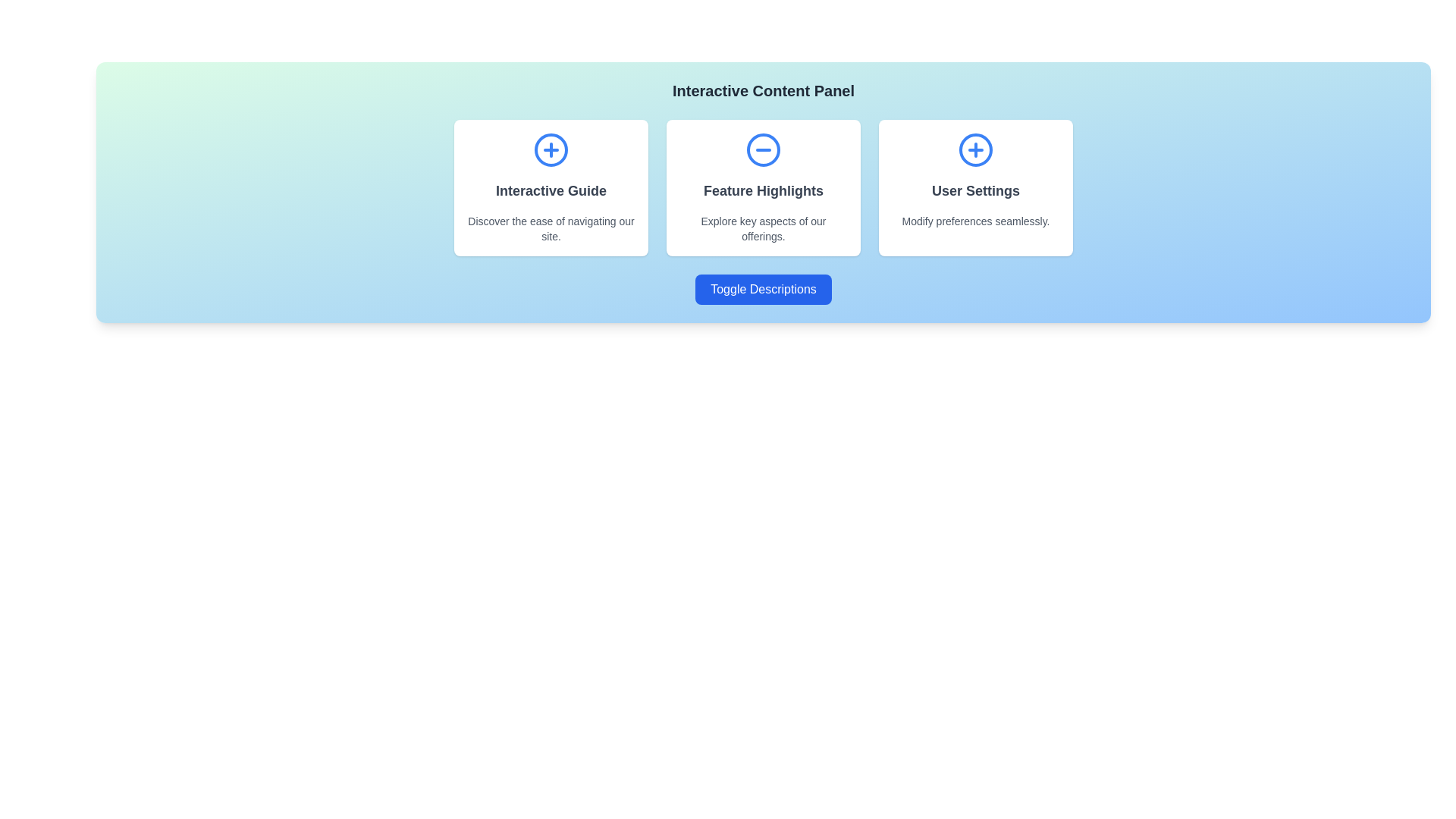 The image size is (1456, 819). I want to click on the circular icon with a blue border and a plus sign (+) at its center, located in the leftmost card titled 'Interactive Guide', so click(550, 149).